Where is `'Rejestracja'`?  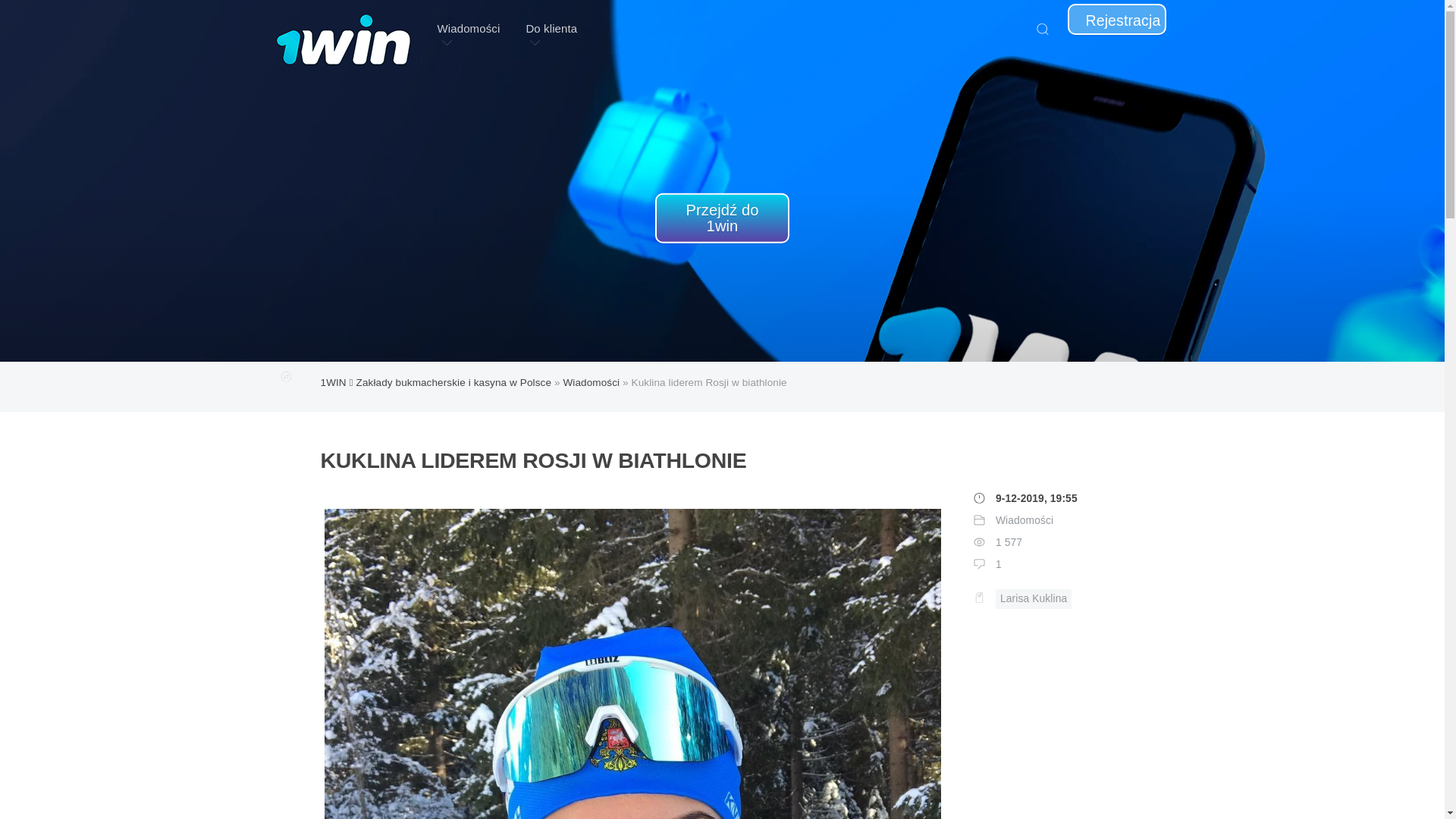
'Rejestracja' is located at coordinates (1117, 19).